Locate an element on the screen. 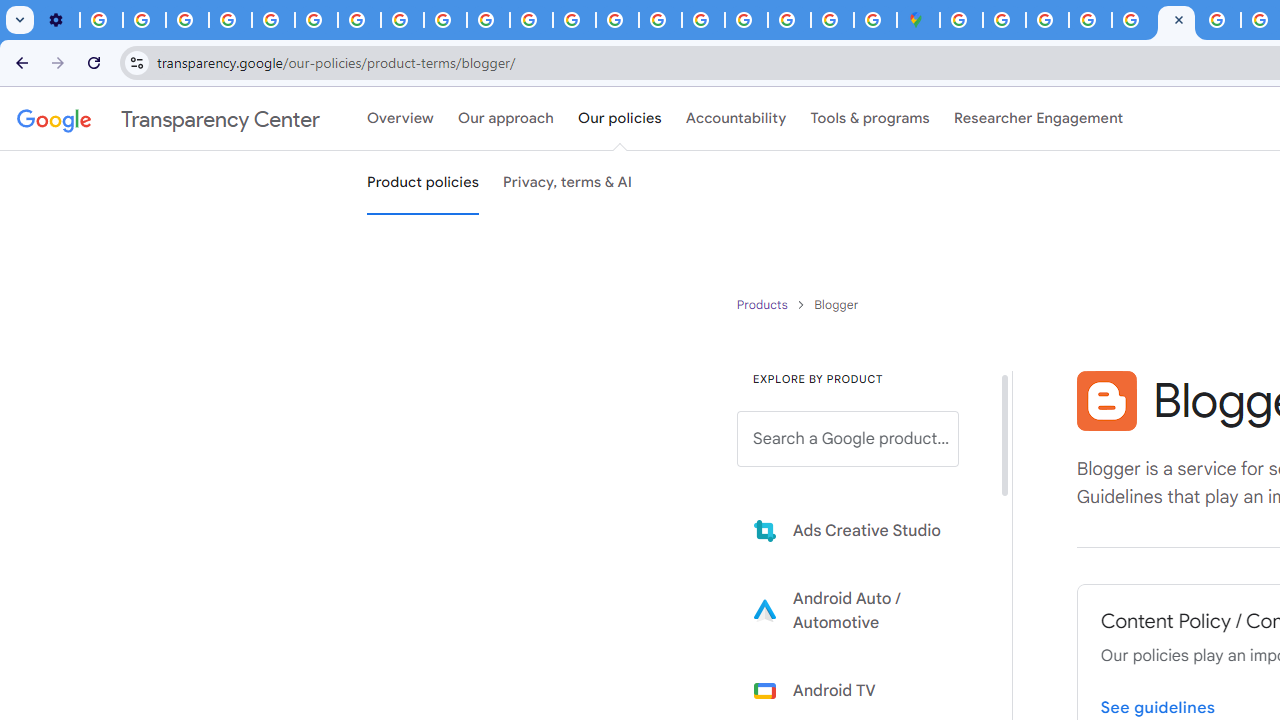 The height and width of the screenshot is (720, 1280). 'Privacy Checkup' is located at coordinates (444, 20).